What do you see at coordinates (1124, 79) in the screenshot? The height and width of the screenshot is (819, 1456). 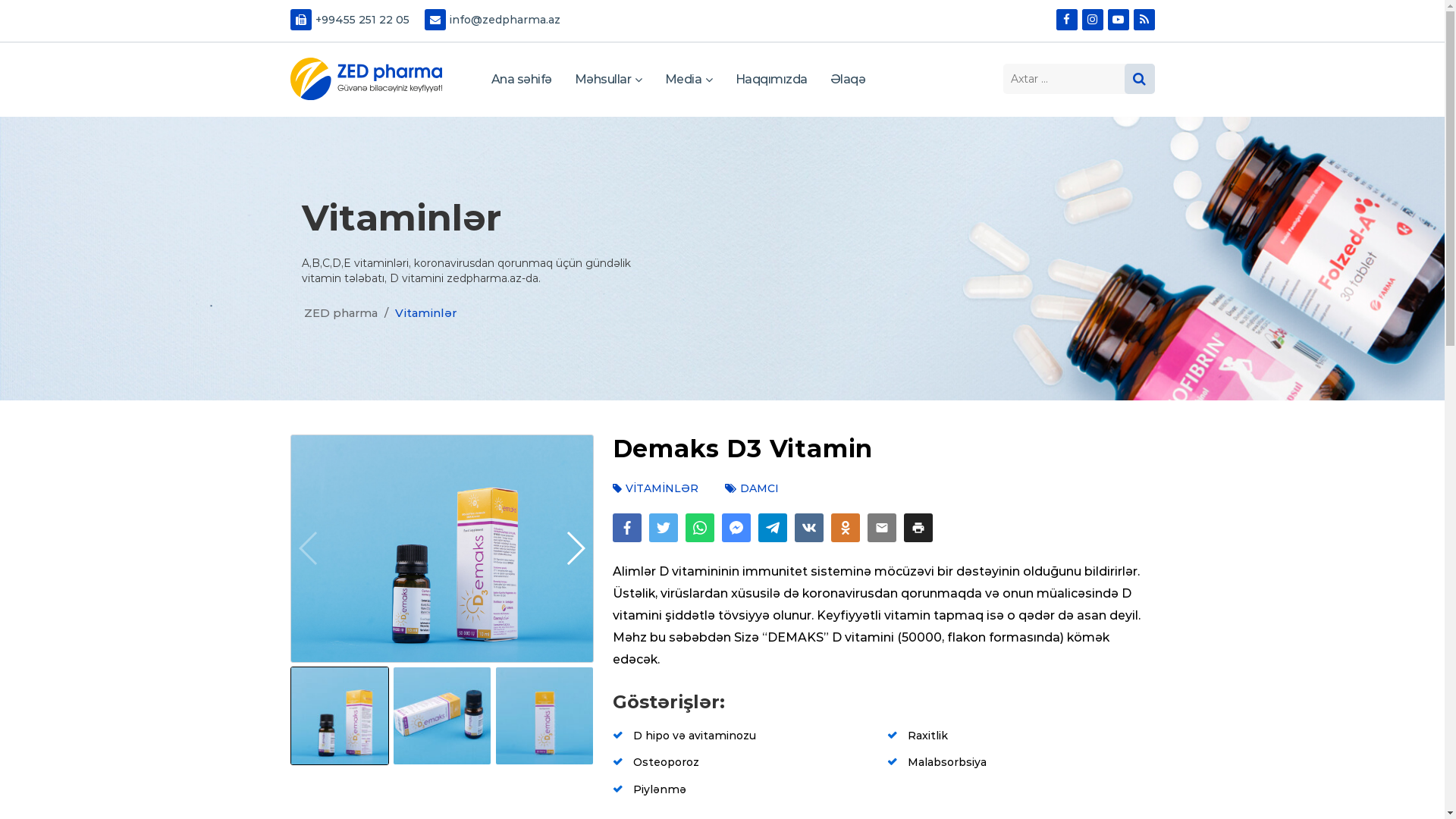 I see `'Axtar'` at bounding box center [1124, 79].